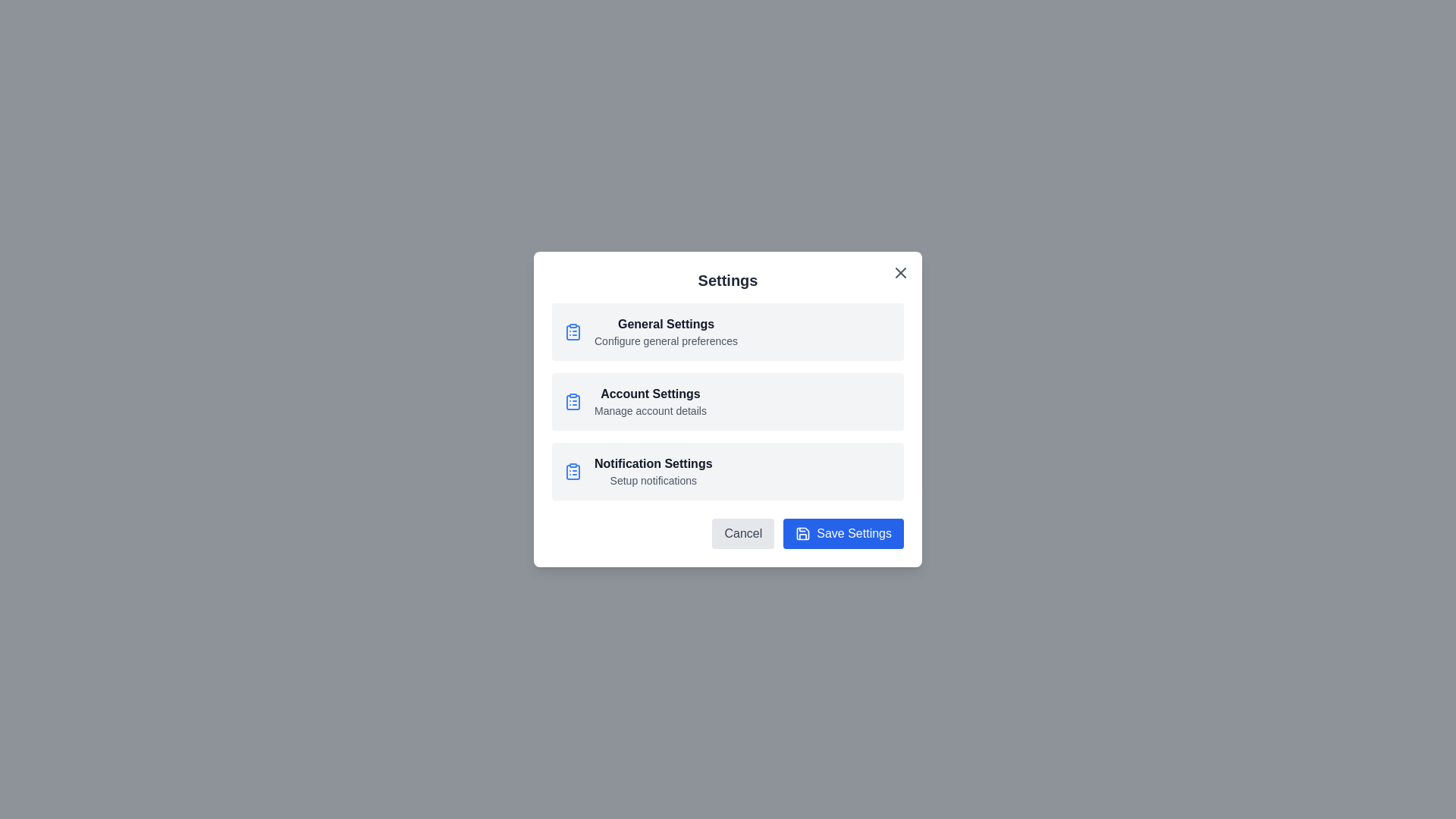  What do you see at coordinates (728, 400) in the screenshot?
I see `the 'Account Settings' entry in the settings list` at bounding box center [728, 400].